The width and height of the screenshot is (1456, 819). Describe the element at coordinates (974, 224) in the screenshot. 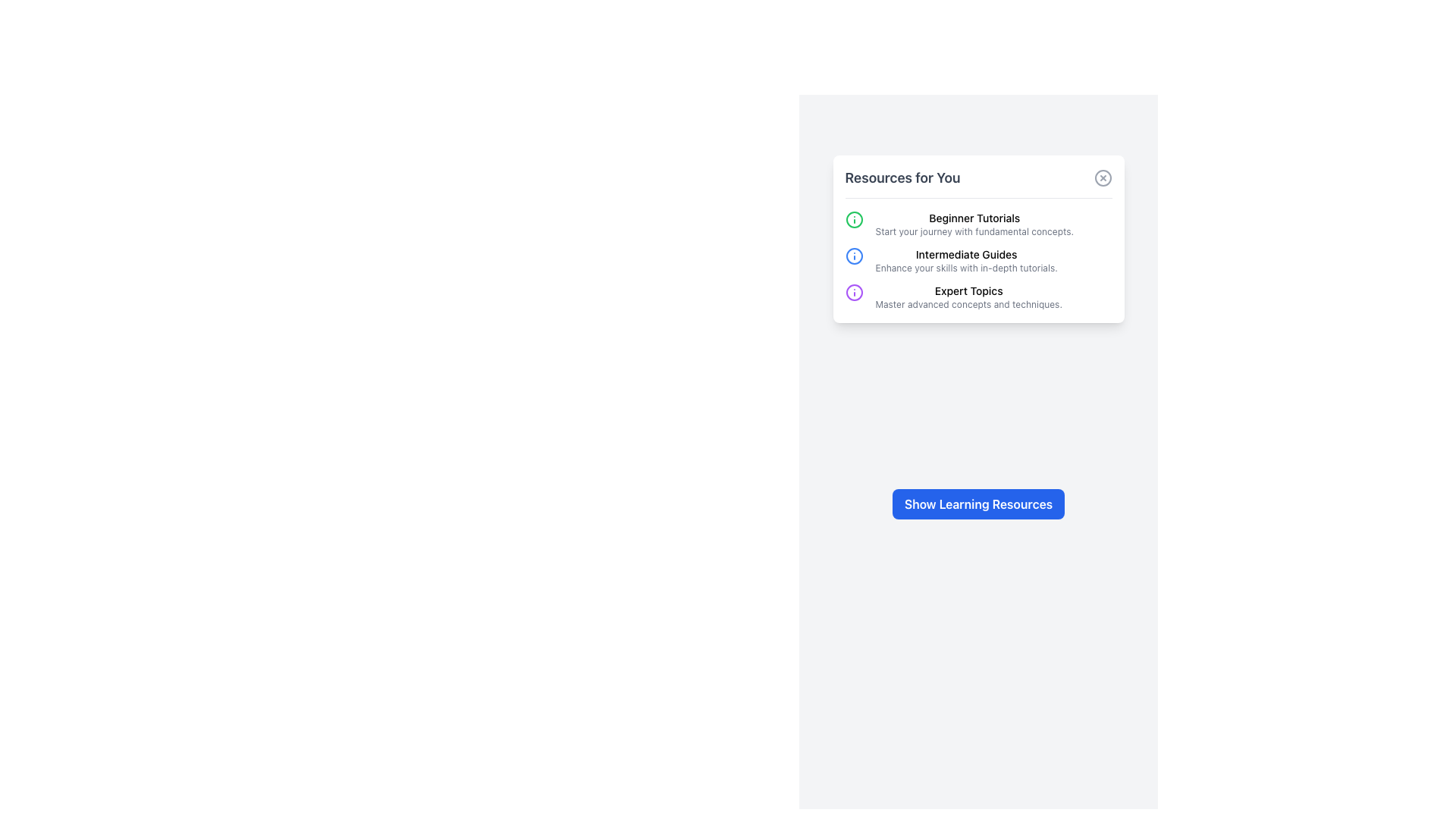

I see `the Informational Text Section that serves as a header for basic tutorial resources, located above the 'Intermediate Guides' section and below a green info icon` at that location.